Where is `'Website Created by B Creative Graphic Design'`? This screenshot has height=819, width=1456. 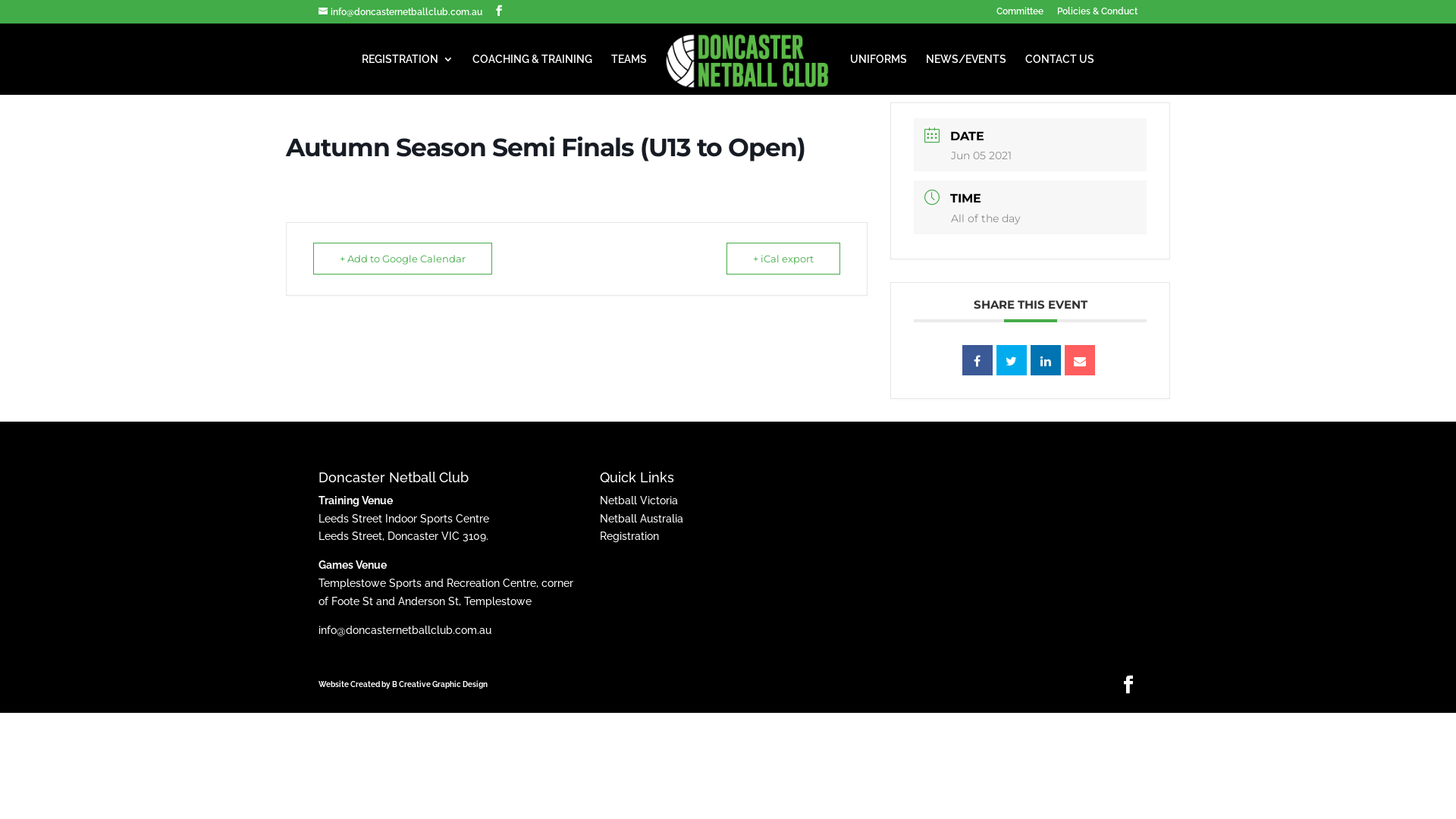
'Website Created by B Creative Graphic Design' is located at coordinates (318, 684).